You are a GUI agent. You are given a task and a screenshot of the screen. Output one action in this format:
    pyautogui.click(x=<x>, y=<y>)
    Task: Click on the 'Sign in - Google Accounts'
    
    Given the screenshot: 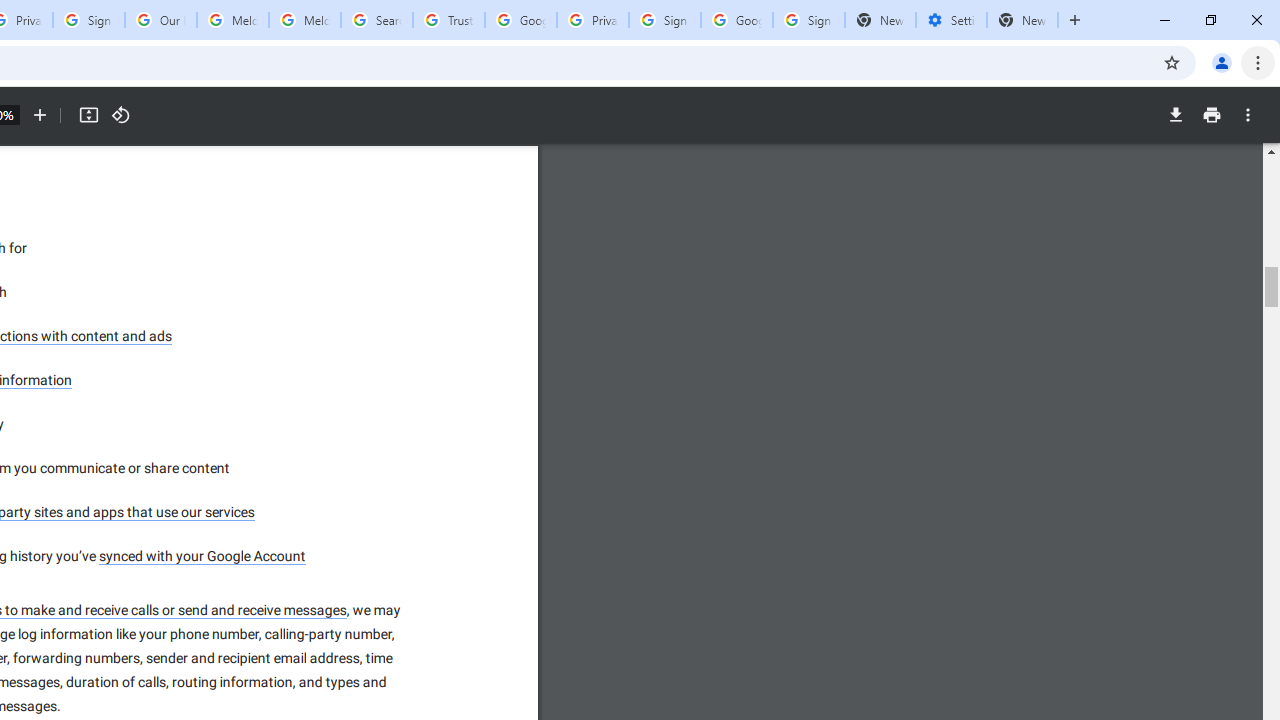 What is the action you would take?
    pyautogui.click(x=664, y=20)
    